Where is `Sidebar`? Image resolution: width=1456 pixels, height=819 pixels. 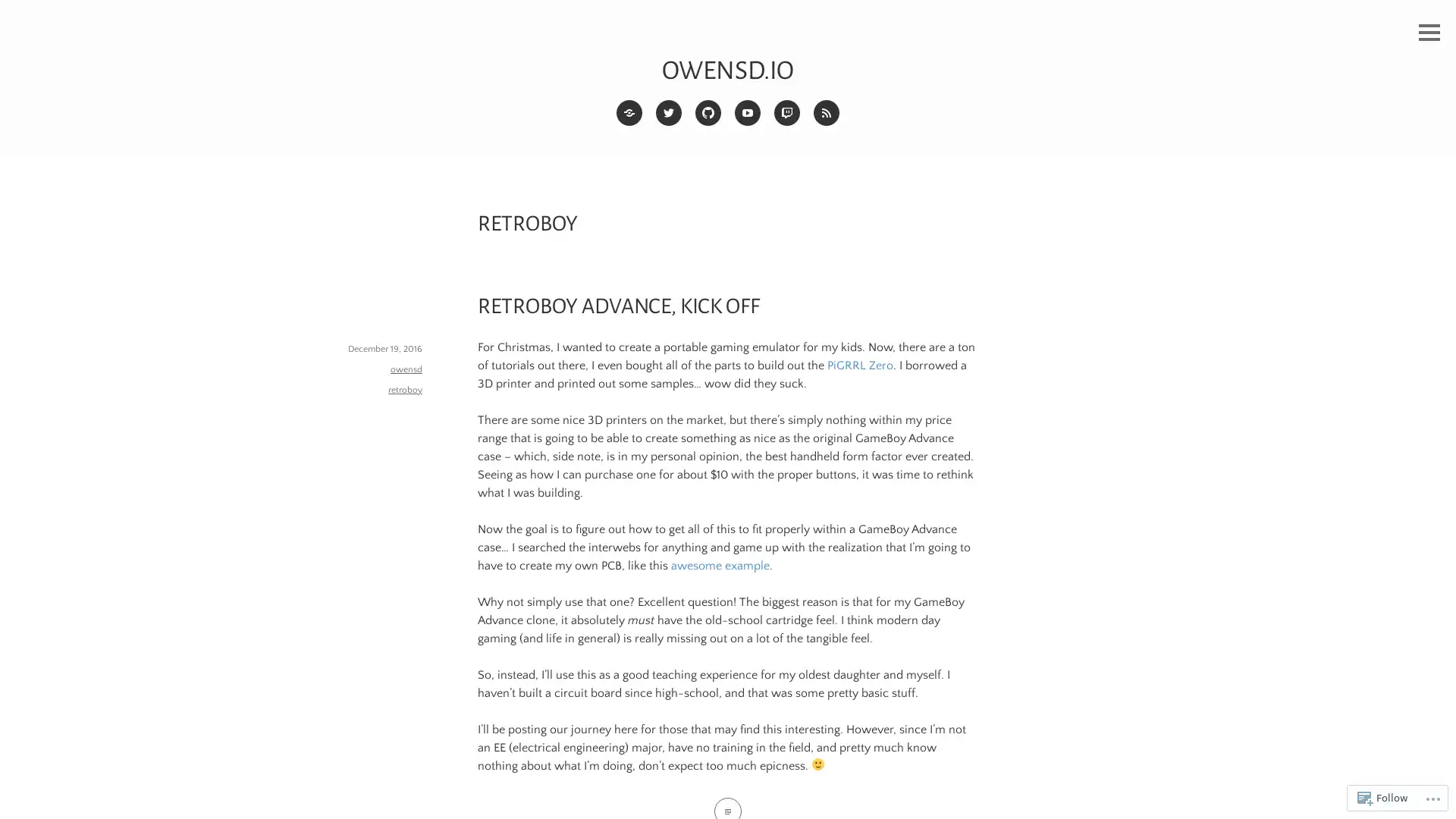
Sidebar is located at coordinates (1429, 33).